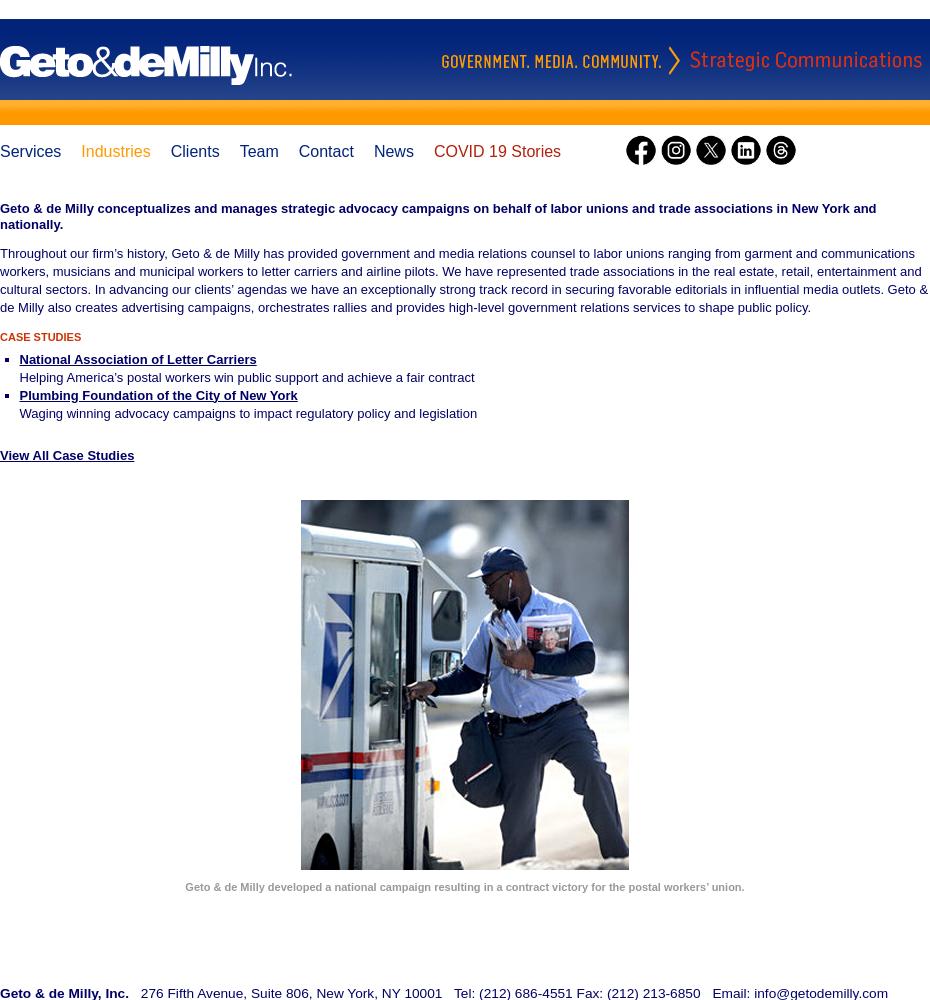  Describe the element at coordinates (39, 336) in the screenshot. I see `'CASE STUDIES'` at that location.